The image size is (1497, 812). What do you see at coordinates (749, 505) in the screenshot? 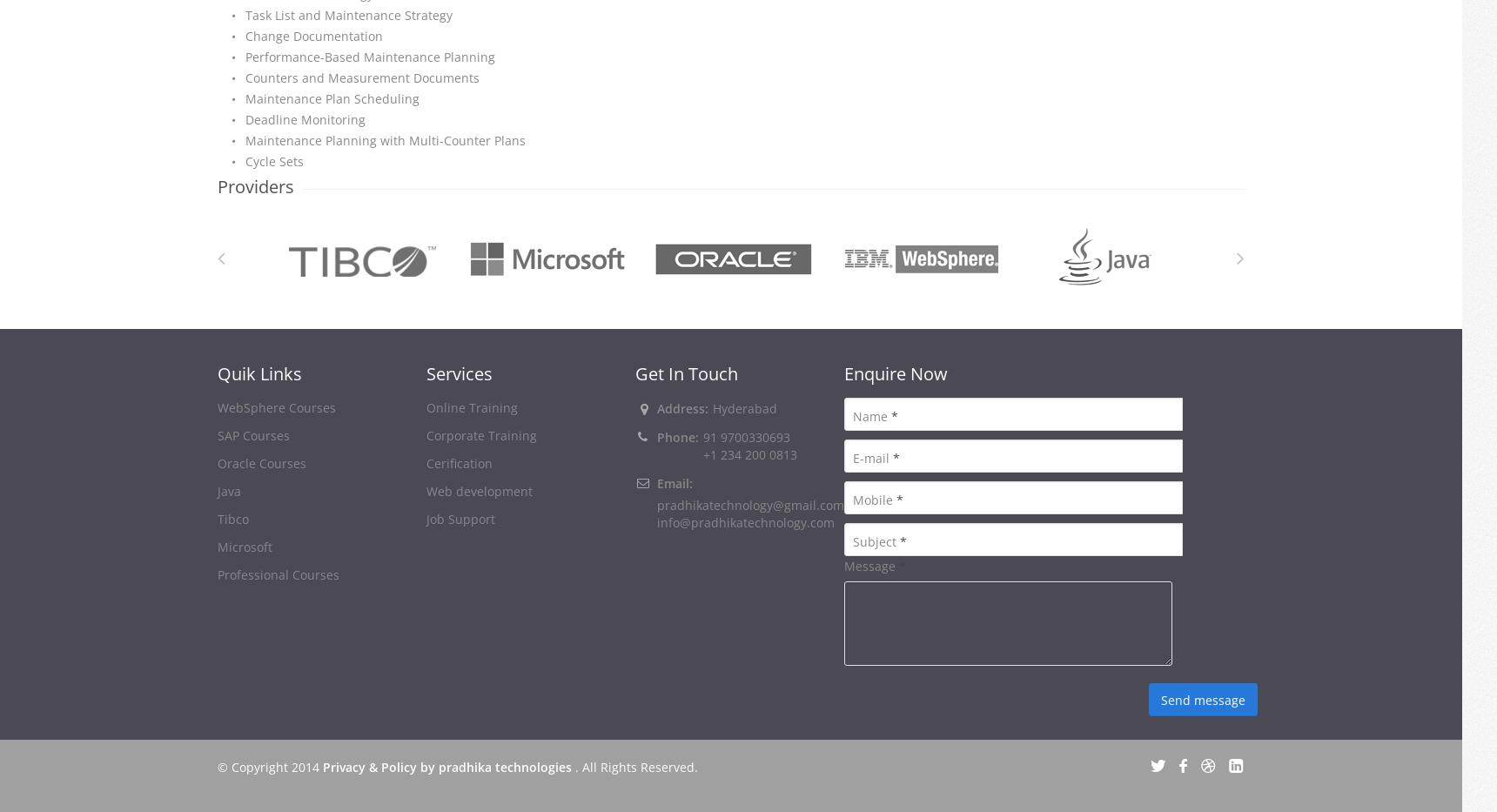
I see `'pradhikatechnology@gmail.com'` at bounding box center [749, 505].